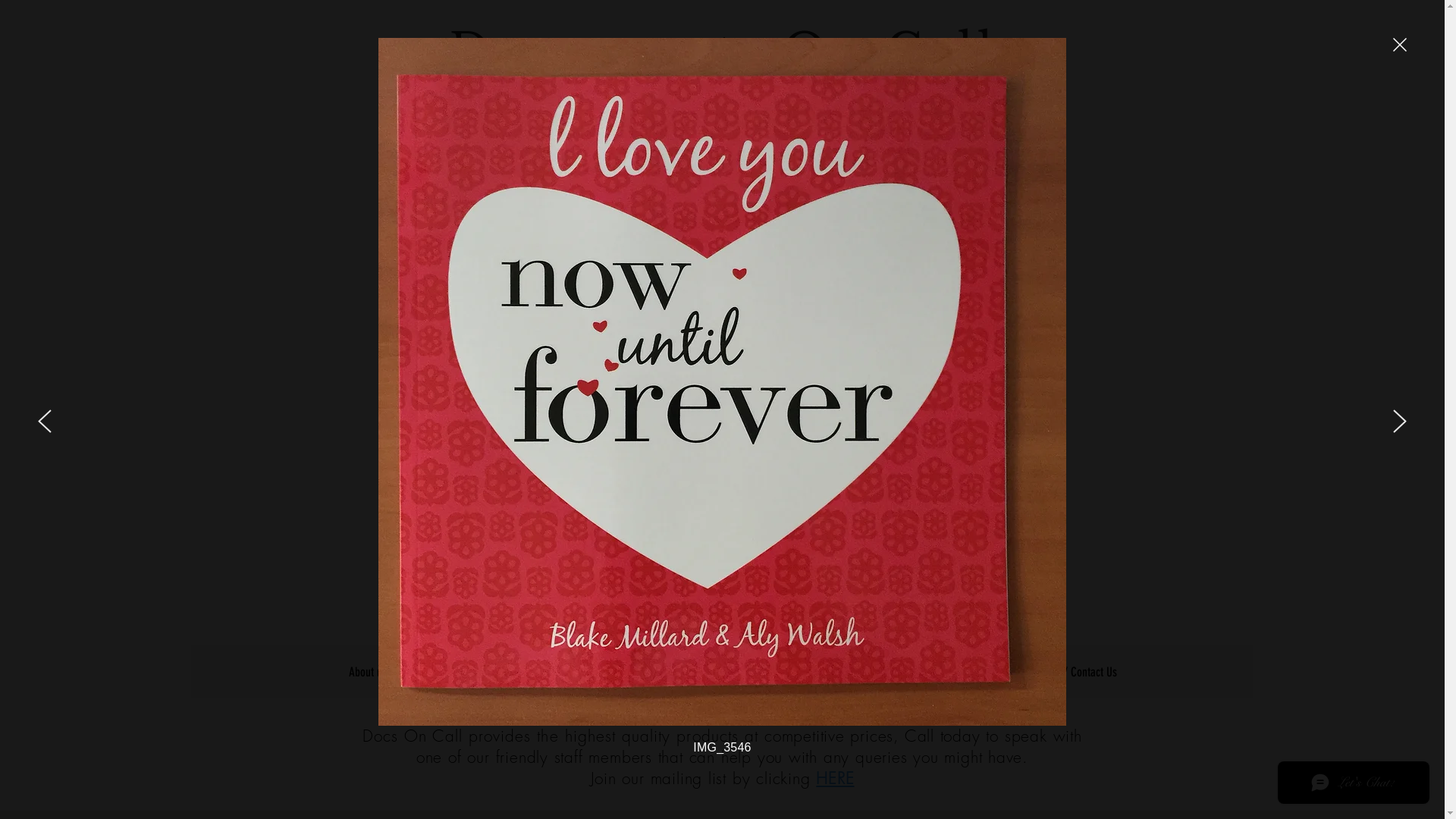  Describe the element at coordinates (851, 124) in the screenshot. I see `'(03) 9687 7555'` at that location.